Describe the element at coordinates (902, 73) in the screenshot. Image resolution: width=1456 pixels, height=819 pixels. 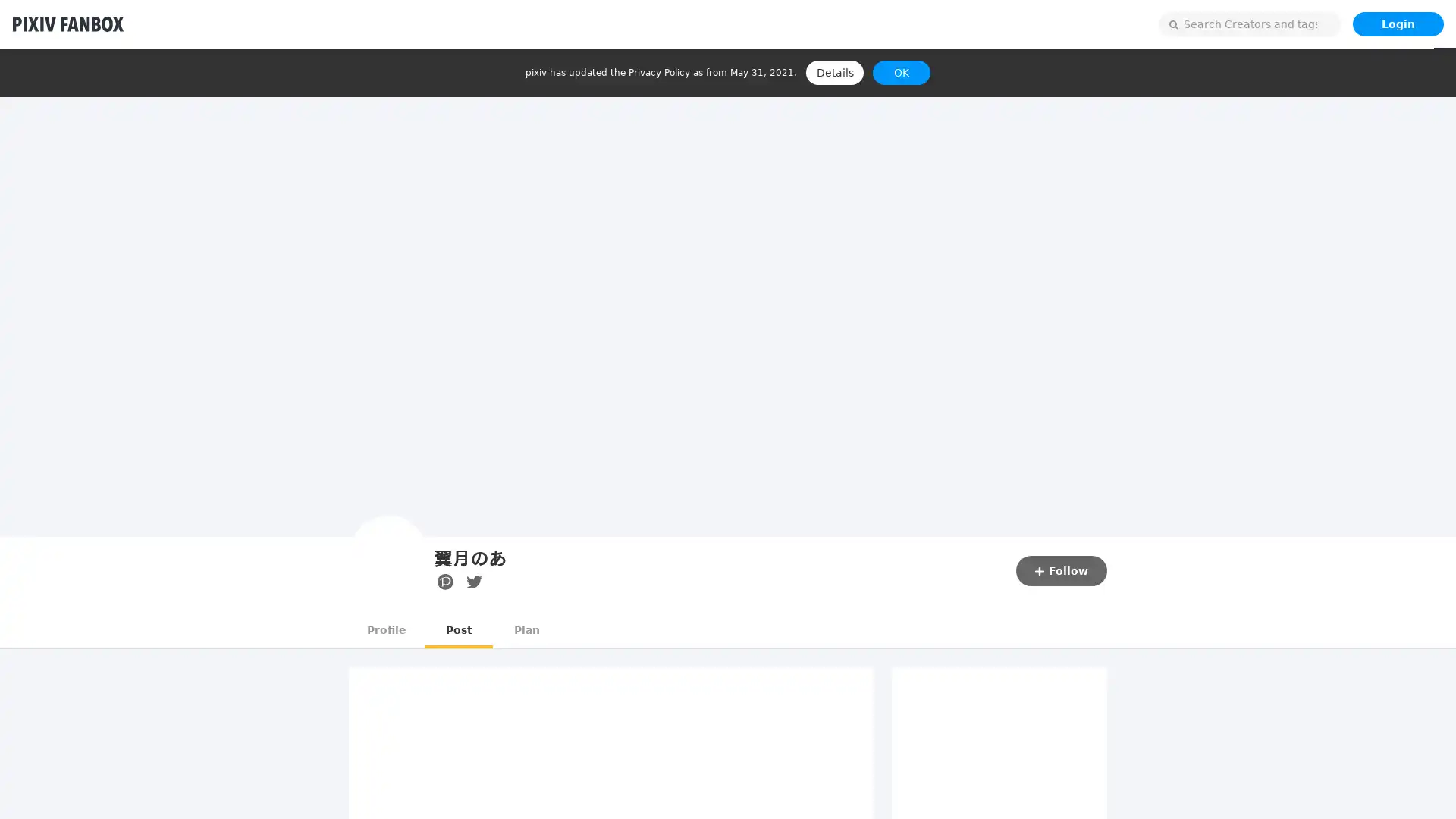
I see `OK` at that location.